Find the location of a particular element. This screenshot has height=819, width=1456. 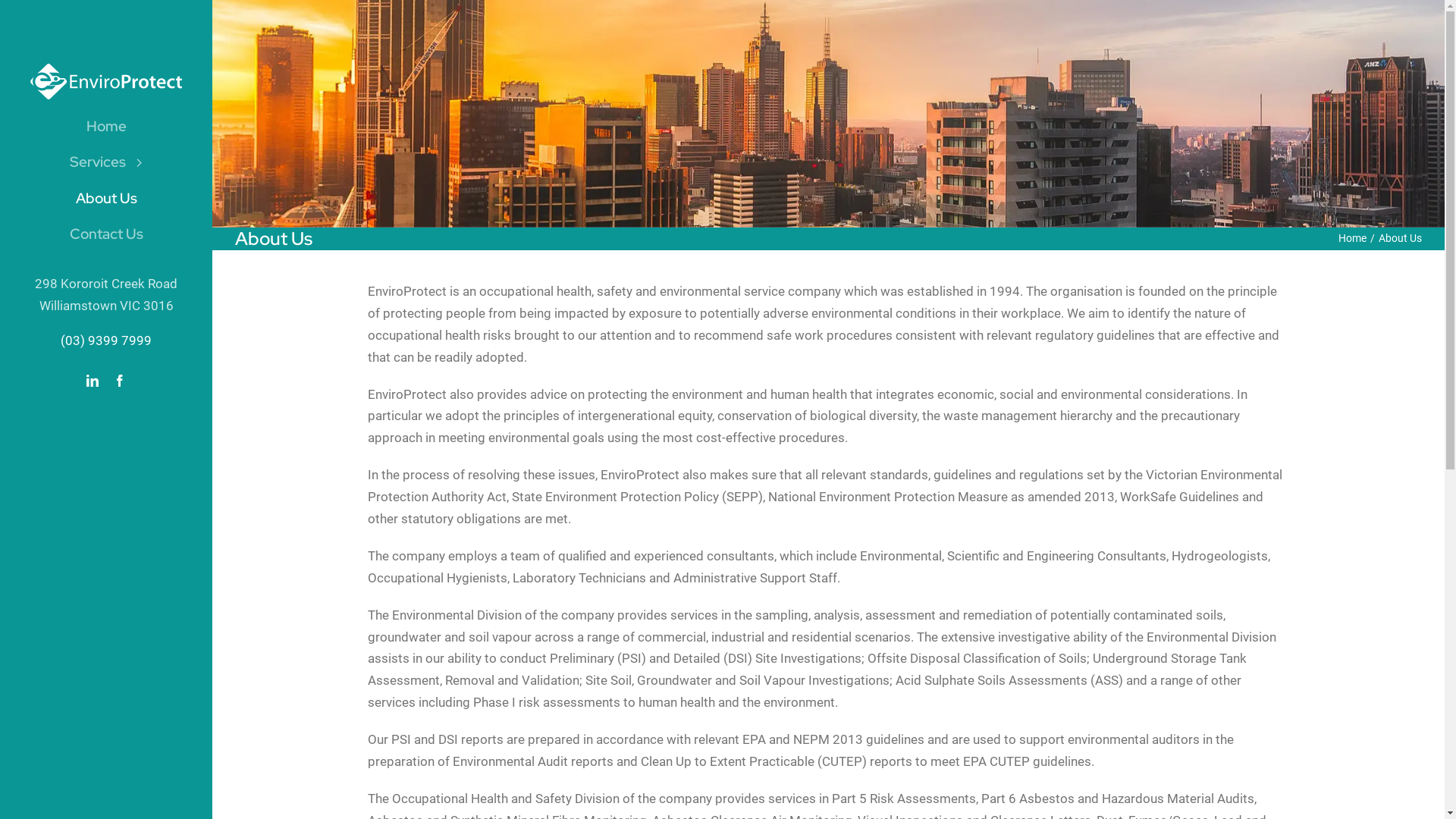

'(03) 9399 7999' is located at coordinates (105, 339).